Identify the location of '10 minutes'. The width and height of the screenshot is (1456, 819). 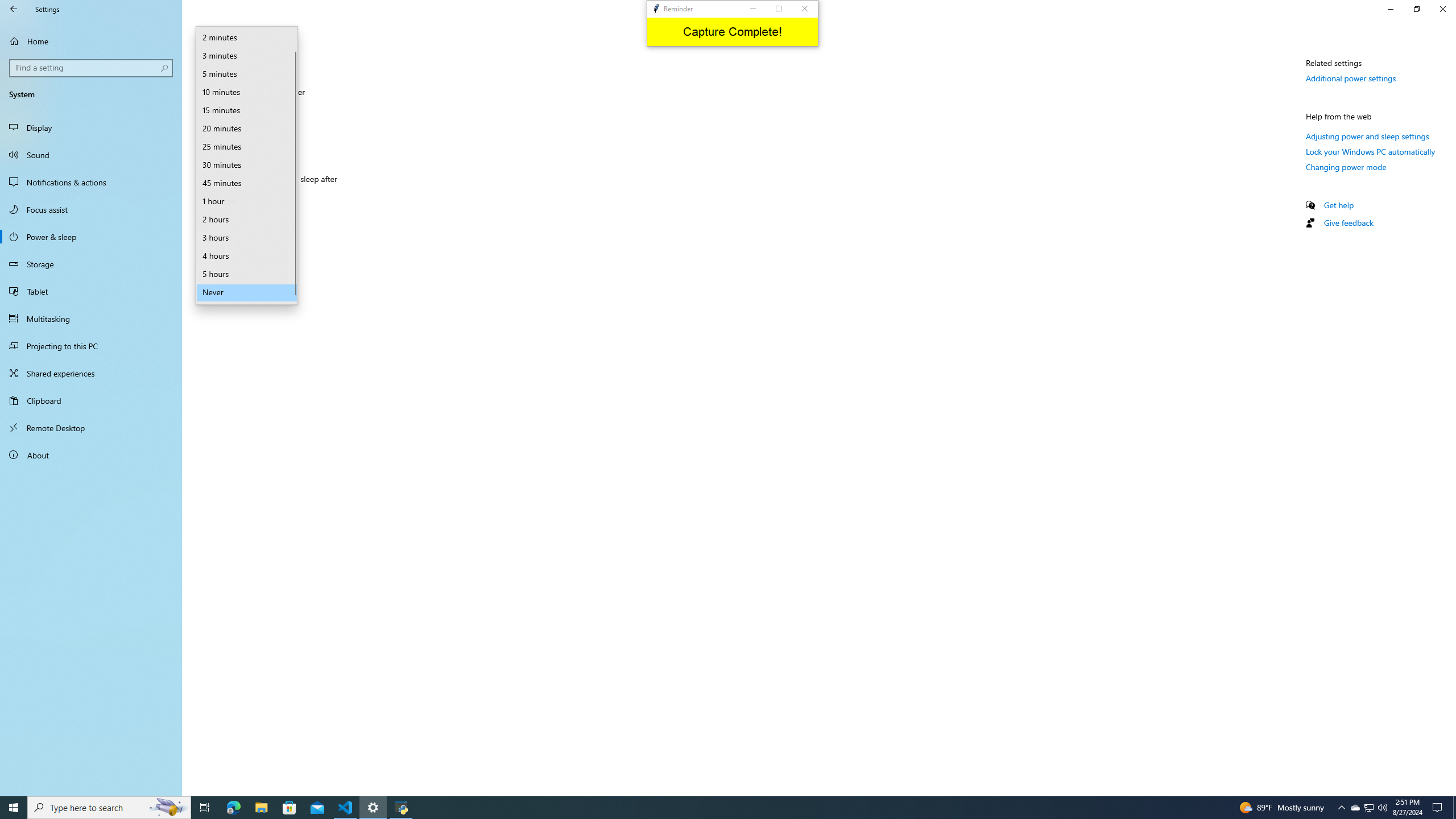
(246, 92).